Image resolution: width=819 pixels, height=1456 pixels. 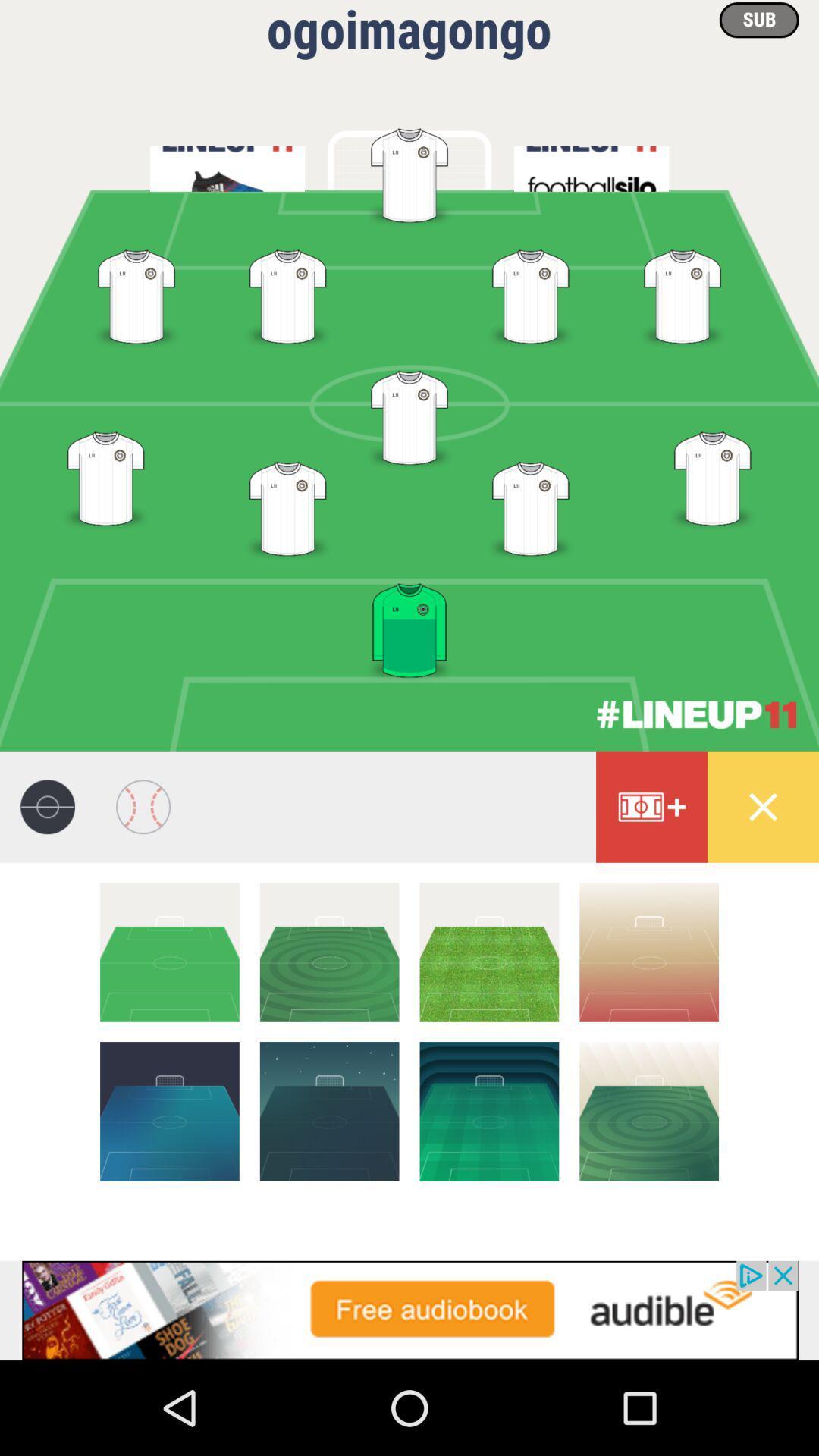 I want to click on the close icon, so click(x=763, y=806).